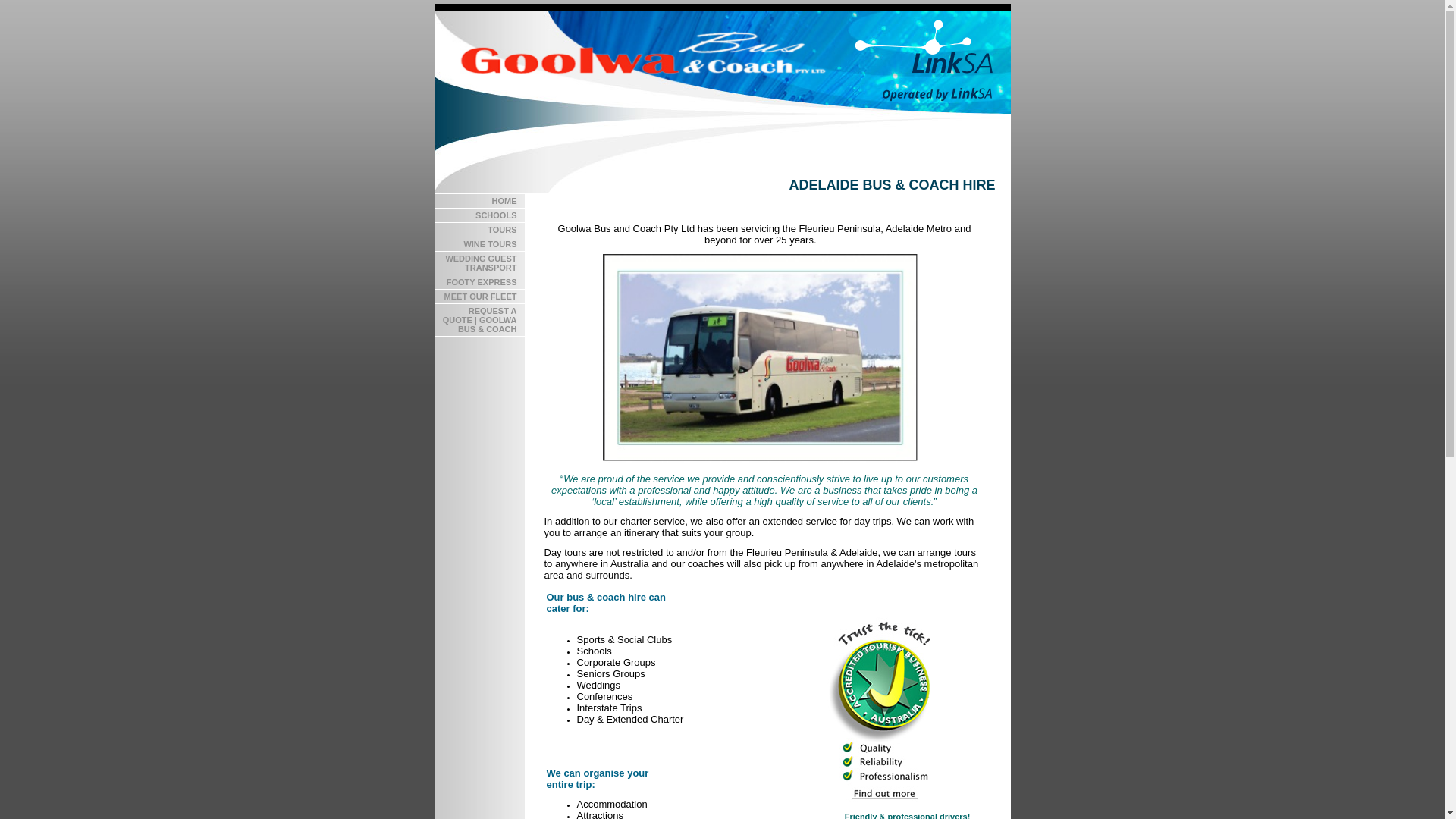  What do you see at coordinates (719, 61) in the screenshot?
I see `'Goolwa Bus and Coach - operated by LinkSA'` at bounding box center [719, 61].